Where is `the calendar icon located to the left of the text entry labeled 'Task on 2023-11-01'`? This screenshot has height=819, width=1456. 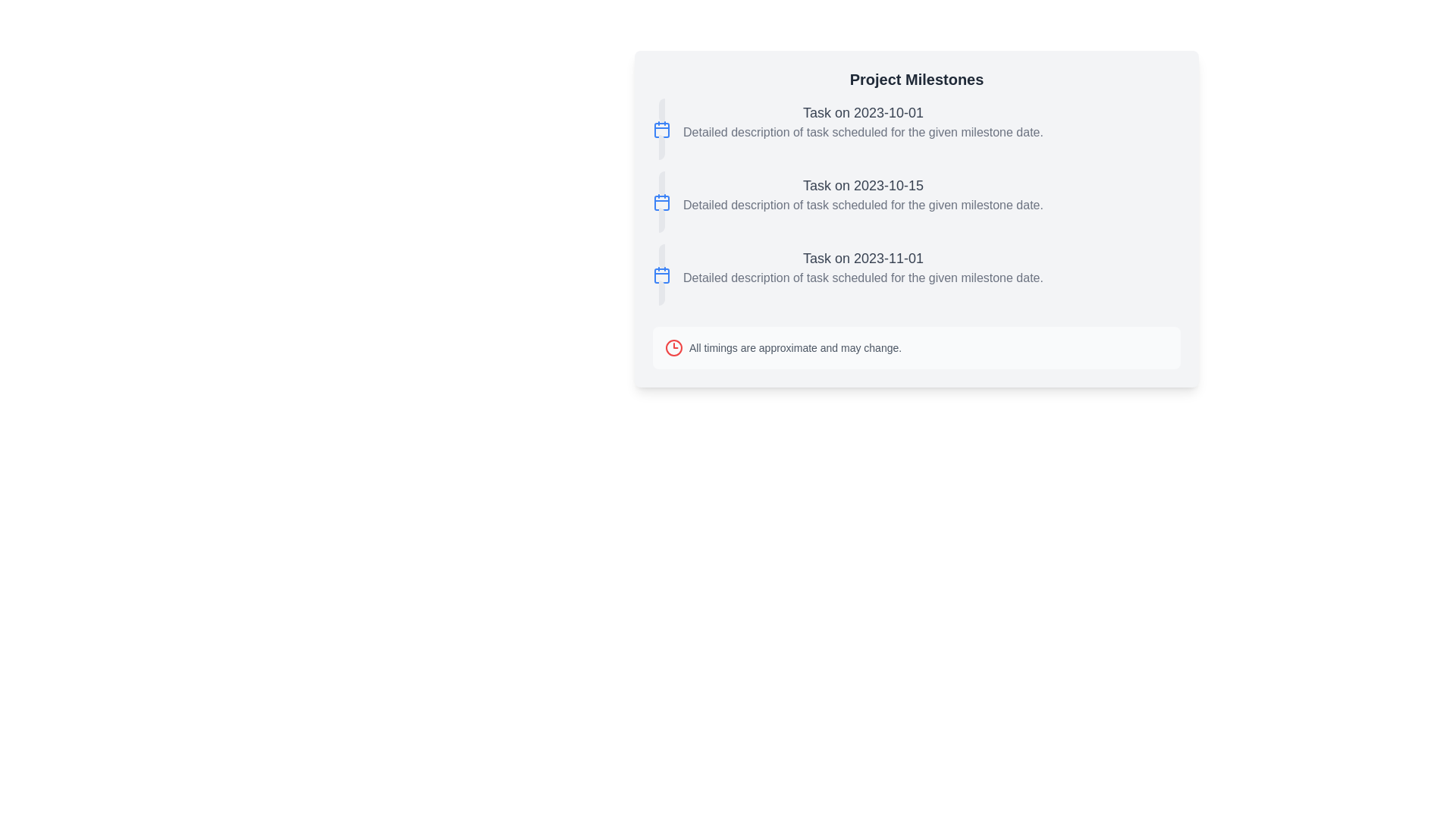 the calendar icon located to the left of the text entry labeled 'Task on 2023-11-01' is located at coordinates (662, 275).